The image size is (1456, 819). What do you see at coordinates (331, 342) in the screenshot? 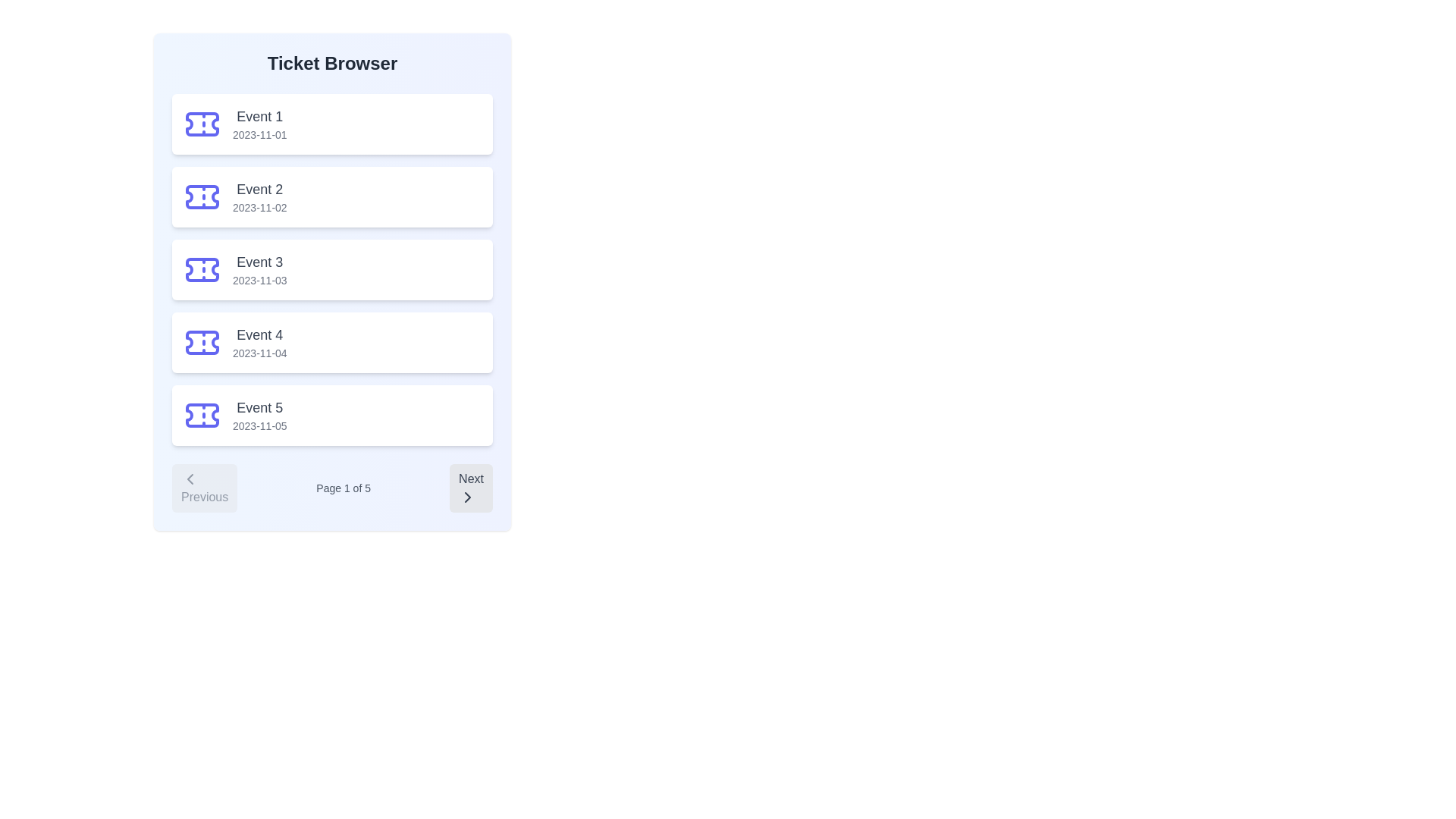
I see `the event entry card displaying 'Event 4' and date '2023-11-04', which is the fourth item in the list of events` at bounding box center [331, 342].